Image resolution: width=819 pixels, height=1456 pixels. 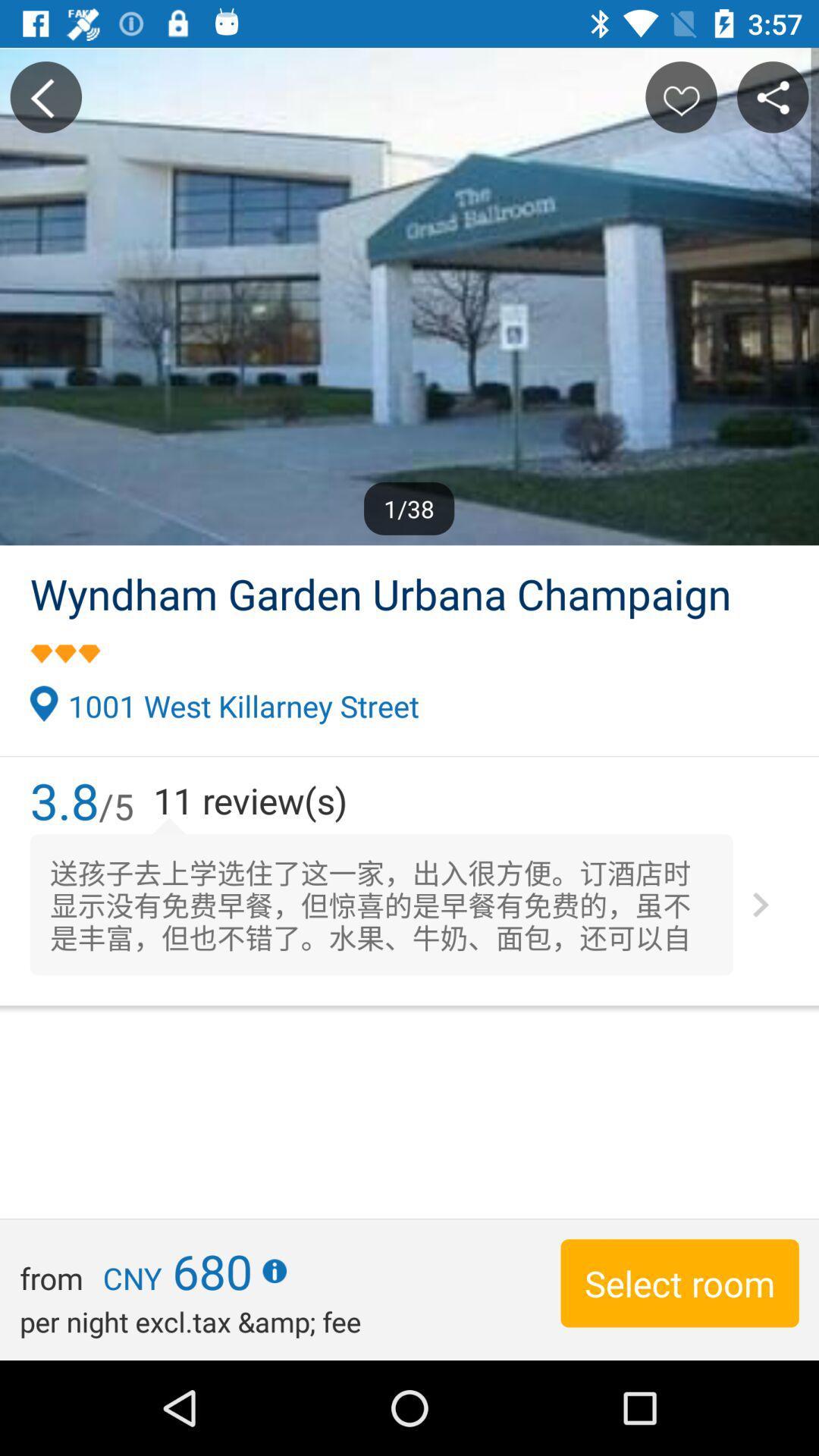 I want to click on the arrow_backward icon, so click(x=45, y=96).